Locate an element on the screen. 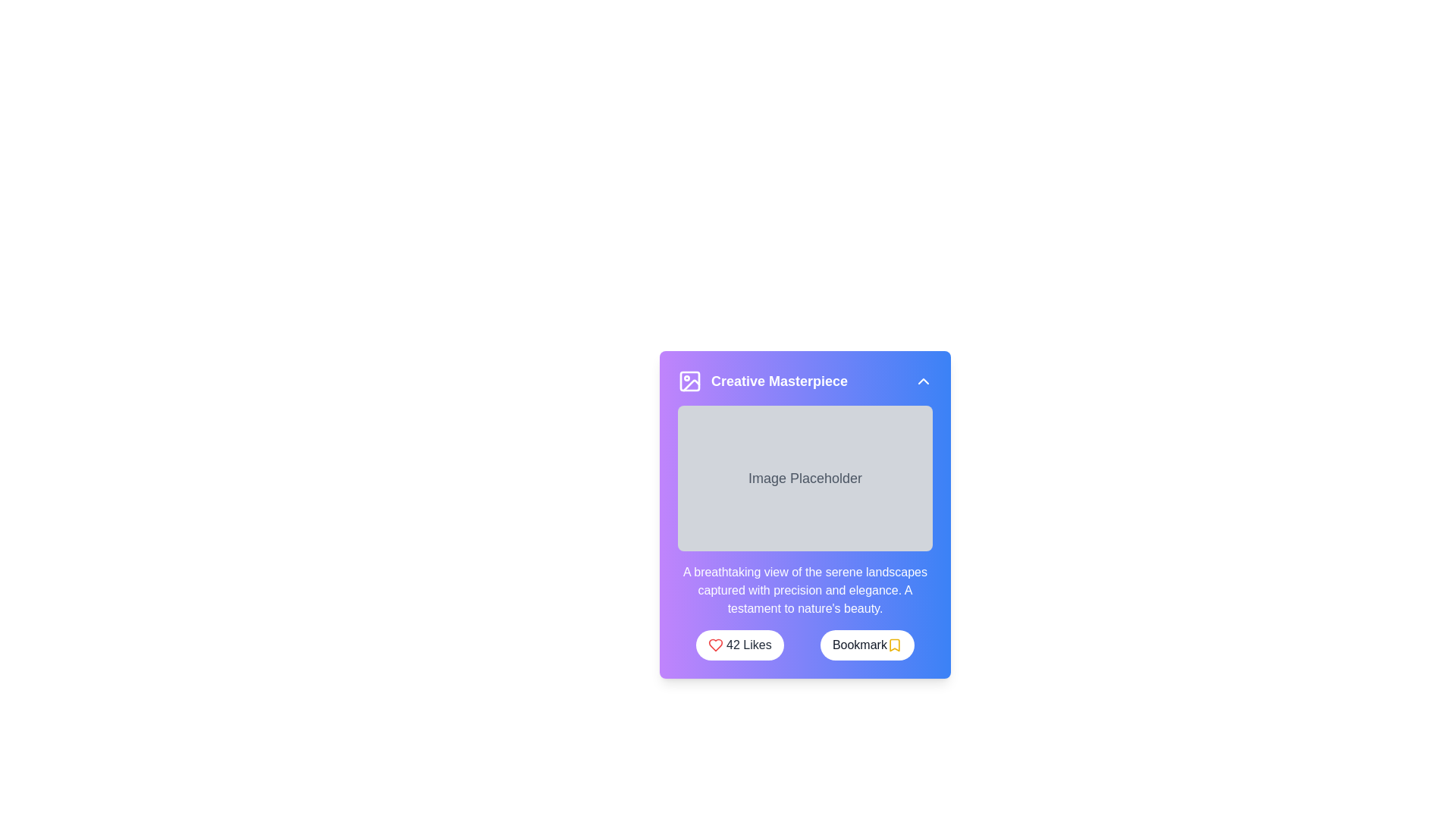 The image size is (1456, 819). the Text Block element containing the white styled text that describes serene landscapes, located centrally within the card design is located at coordinates (804, 590).